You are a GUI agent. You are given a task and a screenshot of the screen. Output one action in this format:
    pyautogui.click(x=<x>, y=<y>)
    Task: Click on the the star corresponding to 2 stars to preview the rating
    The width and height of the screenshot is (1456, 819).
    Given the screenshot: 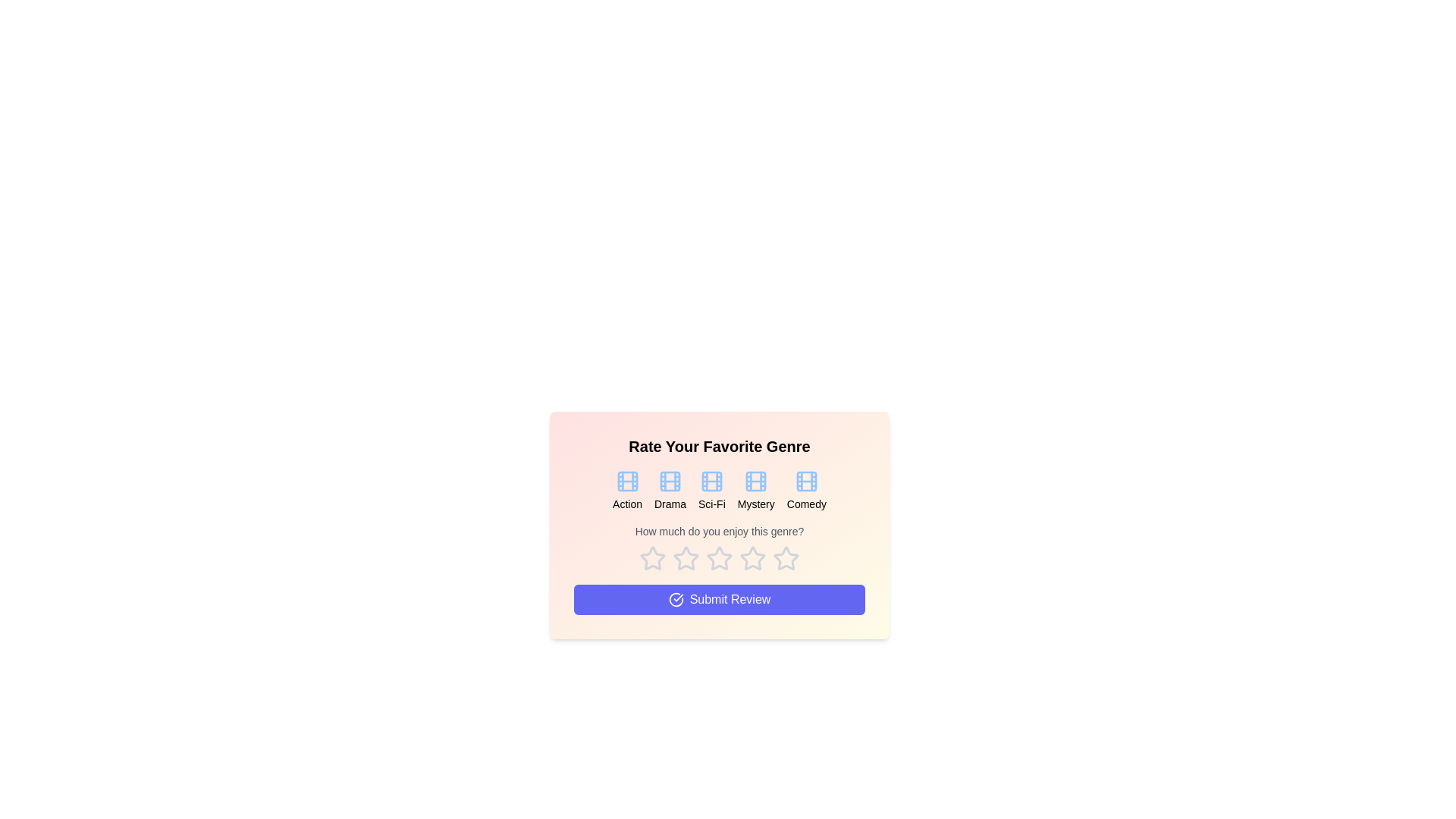 What is the action you would take?
    pyautogui.click(x=686, y=558)
    